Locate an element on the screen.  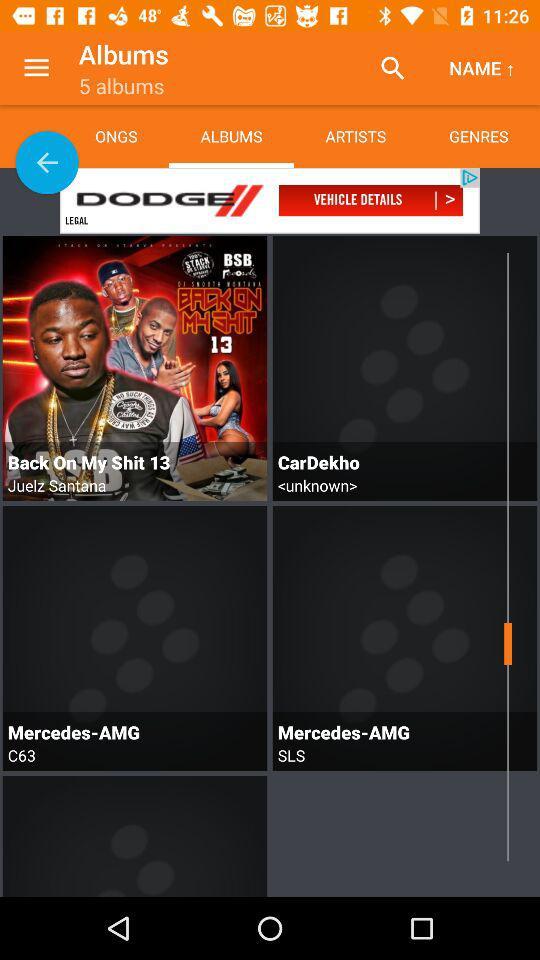
the arrow_backward icon is located at coordinates (47, 161).